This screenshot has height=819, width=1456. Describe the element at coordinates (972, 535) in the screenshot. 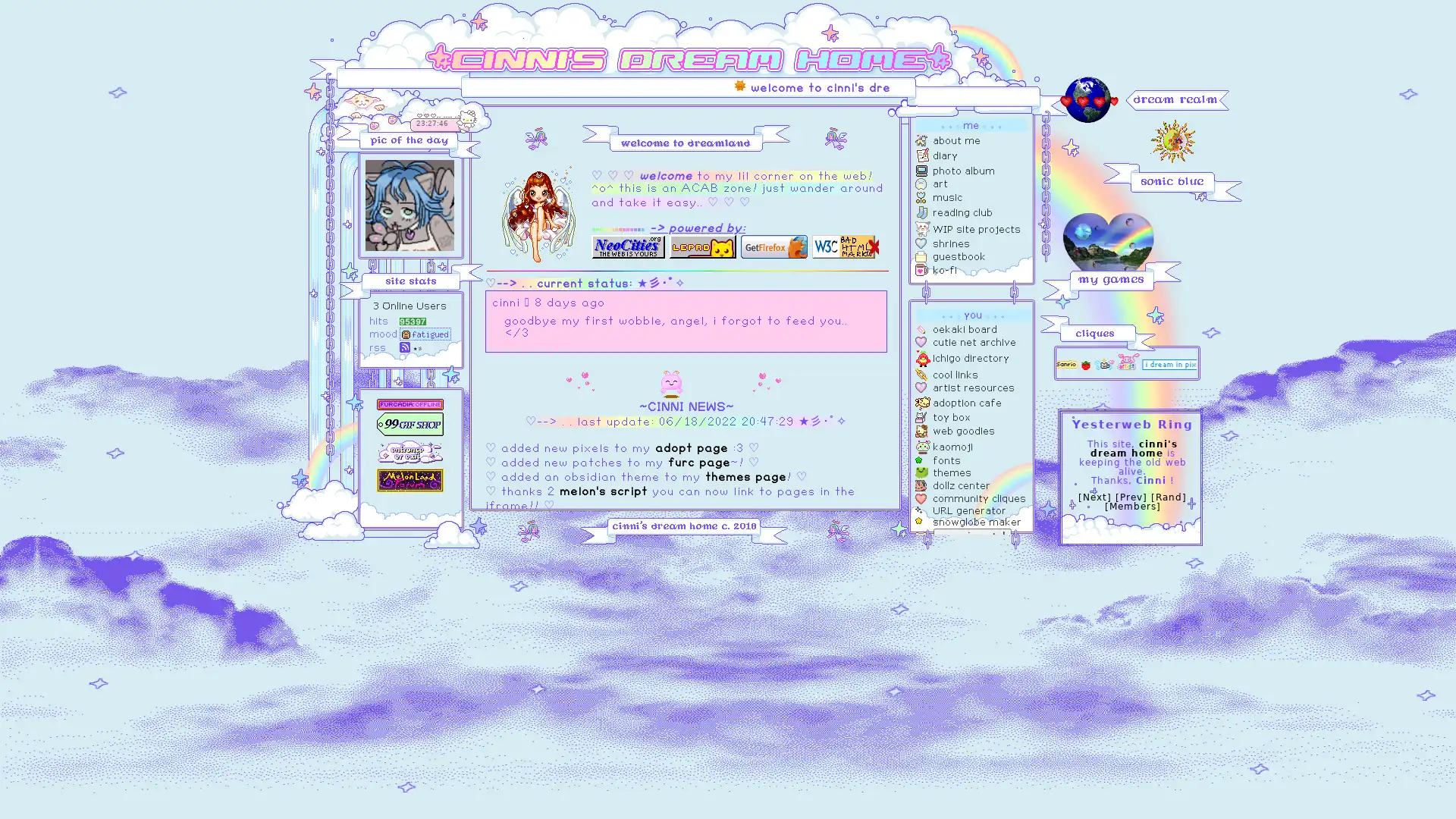

I see `experimental` at that location.